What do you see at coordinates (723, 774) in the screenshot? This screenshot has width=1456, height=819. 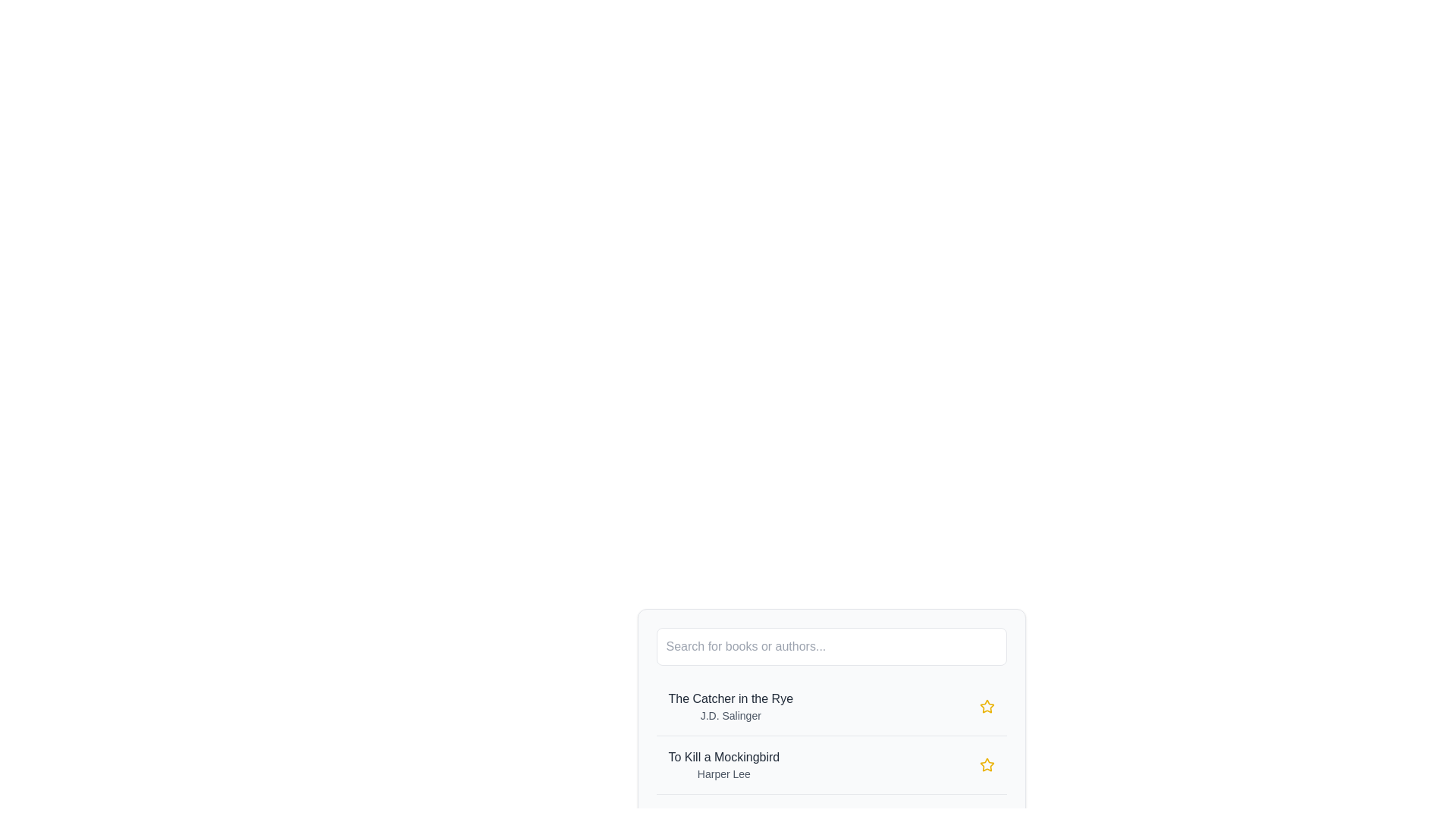 I see `the static text label displaying the author's name for the book 'To Kill a Mockingbird', located directly underneath the book title in the list layout` at bounding box center [723, 774].